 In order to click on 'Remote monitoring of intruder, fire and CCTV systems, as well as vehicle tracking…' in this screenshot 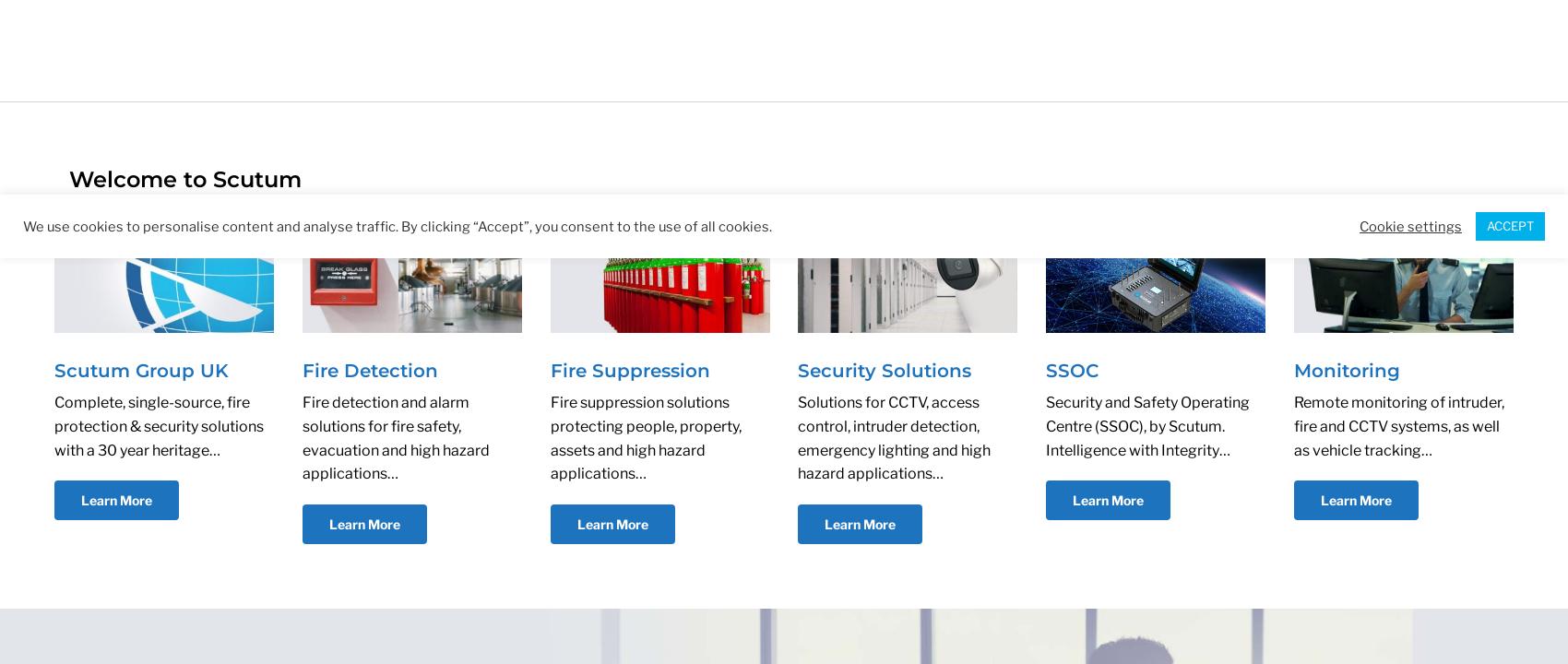, I will do `click(1398, 426)`.